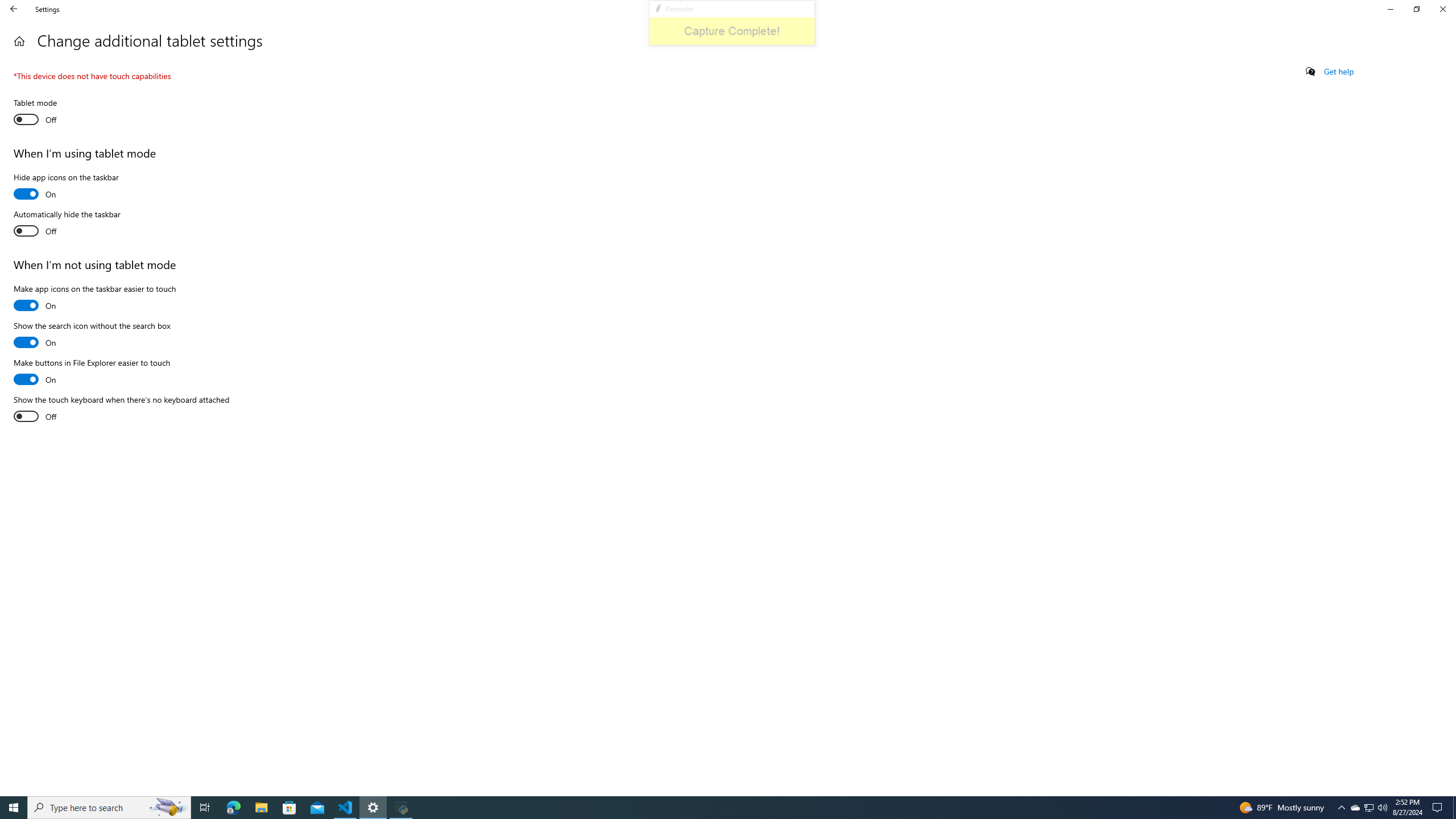  What do you see at coordinates (91, 335) in the screenshot?
I see `'Show the search icon without the search box'` at bounding box center [91, 335].